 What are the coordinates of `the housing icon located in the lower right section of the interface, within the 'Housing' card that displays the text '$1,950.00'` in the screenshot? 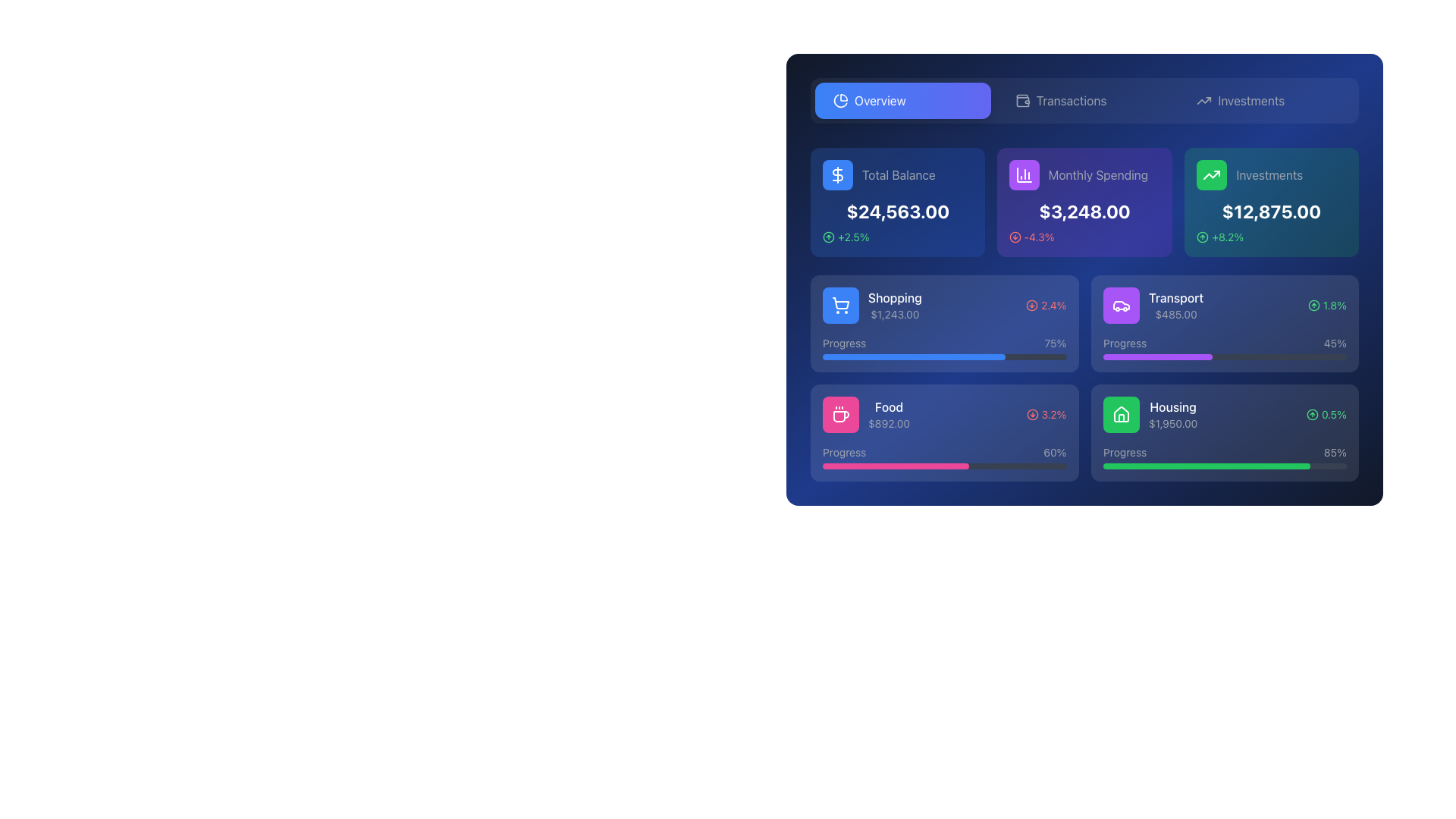 It's located at (1121, 415).